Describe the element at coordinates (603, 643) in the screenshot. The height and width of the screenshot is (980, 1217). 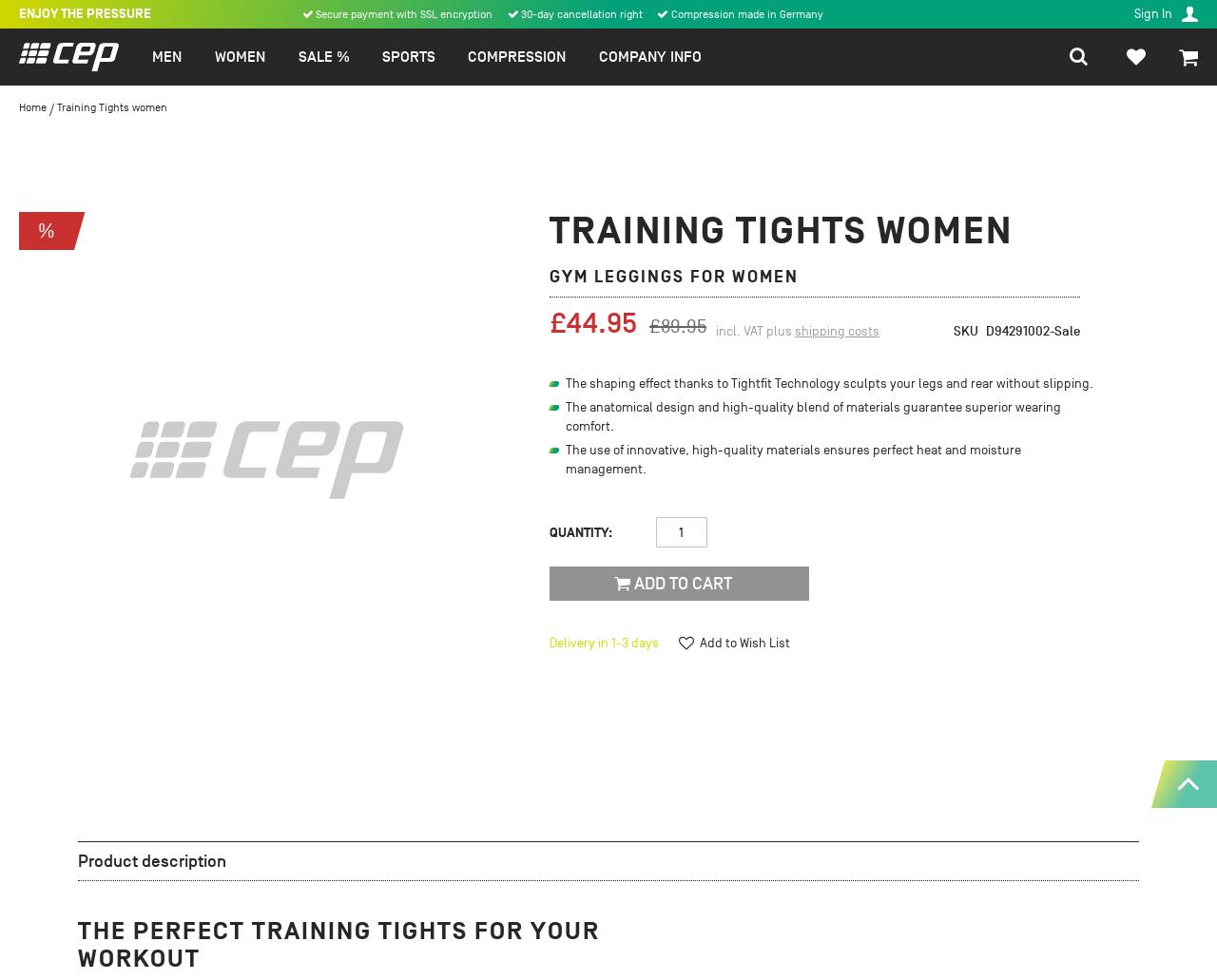
I see `'Delivery in 1-3 days'` at that location.